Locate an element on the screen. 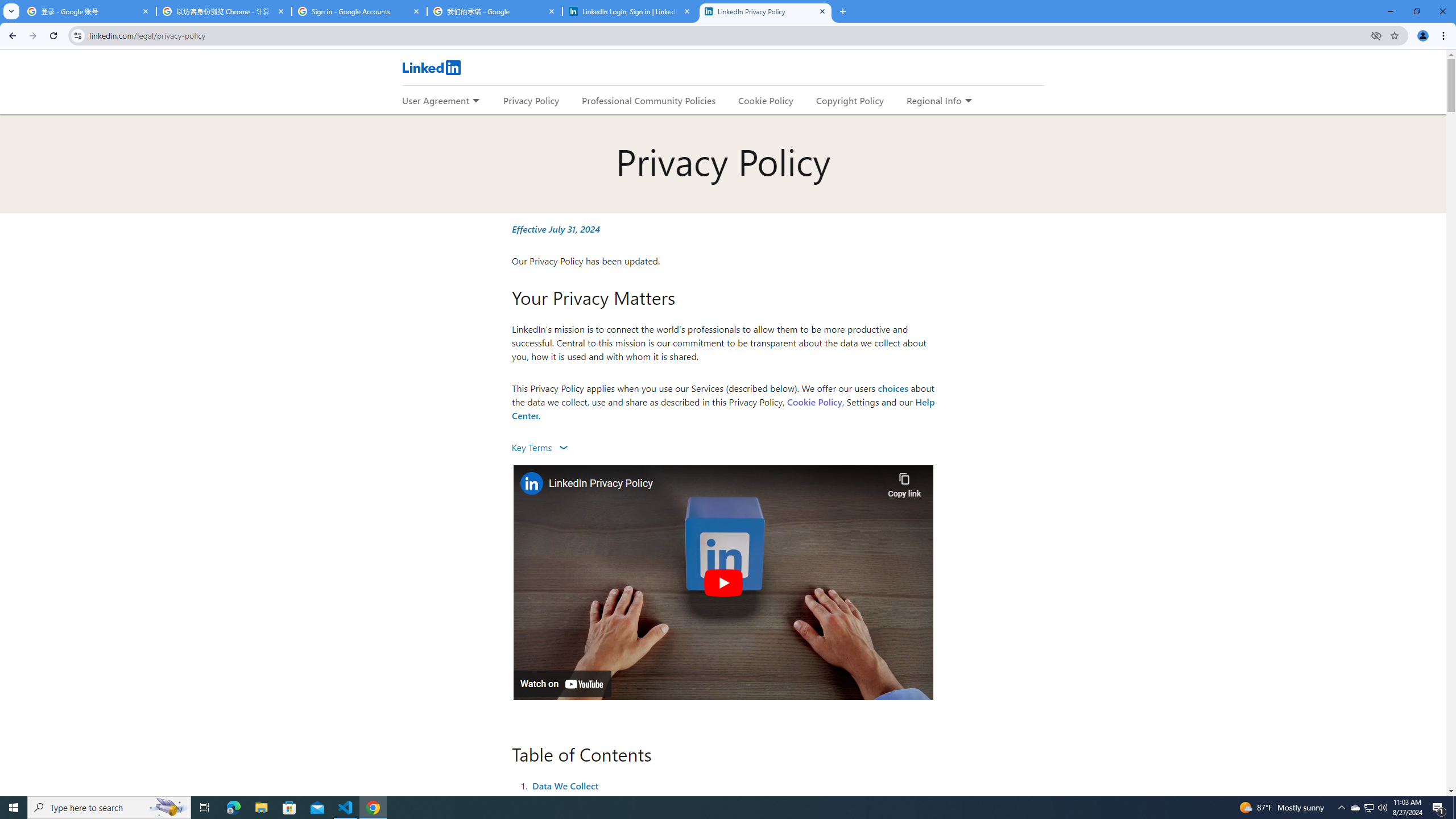 The image size is (1456, 819). 'Photo image of LinkedIn' is located at coordinates (531, 483).